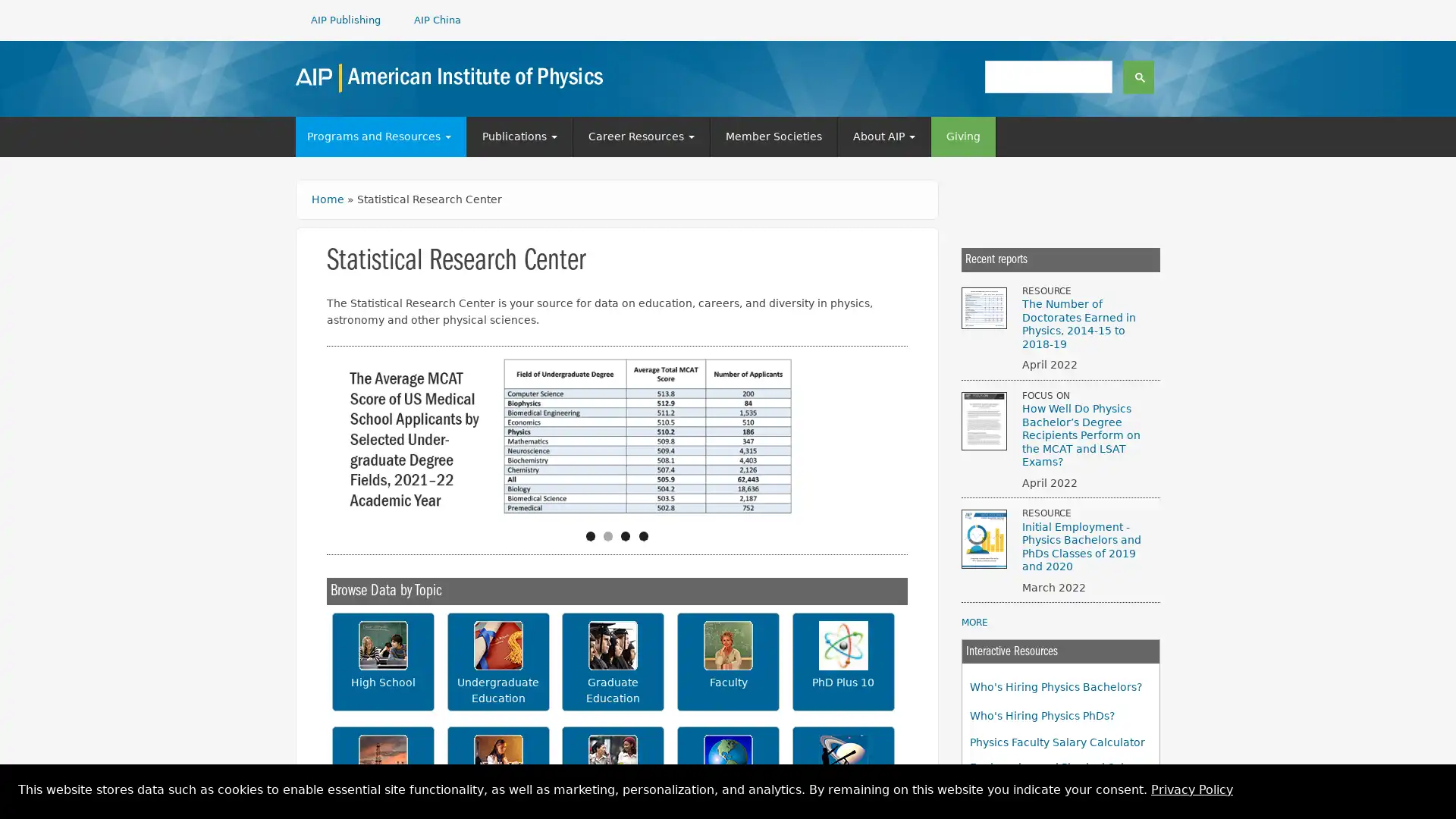  I want to click on search, so click(1138, 76).